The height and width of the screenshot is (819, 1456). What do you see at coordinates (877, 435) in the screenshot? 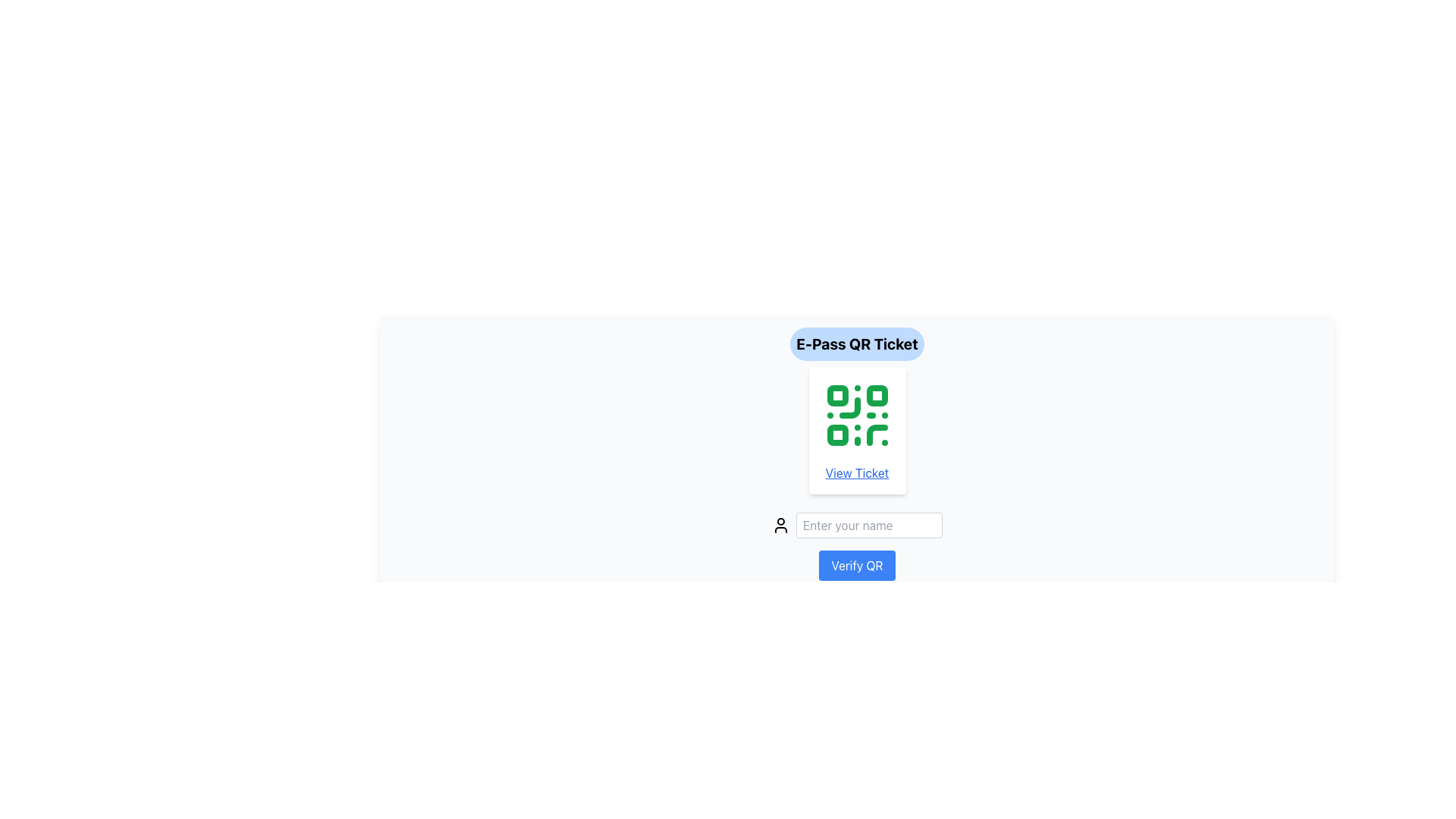
I see `the decorative line located at the bottom-right corner of the QR code icon's grid-like structure` at bounding box center [877, 435].